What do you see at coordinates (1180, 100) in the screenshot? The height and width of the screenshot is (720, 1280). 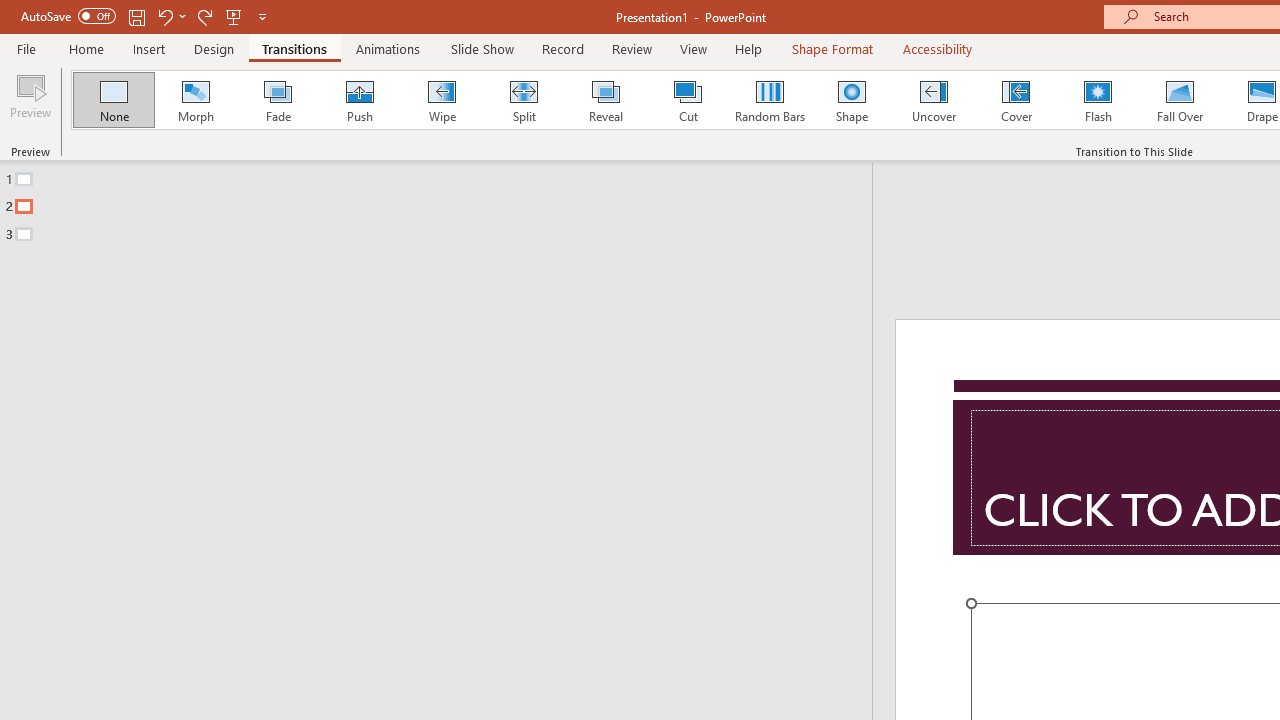 I see `'Fall Over'` at bounding box center [1180, 100].